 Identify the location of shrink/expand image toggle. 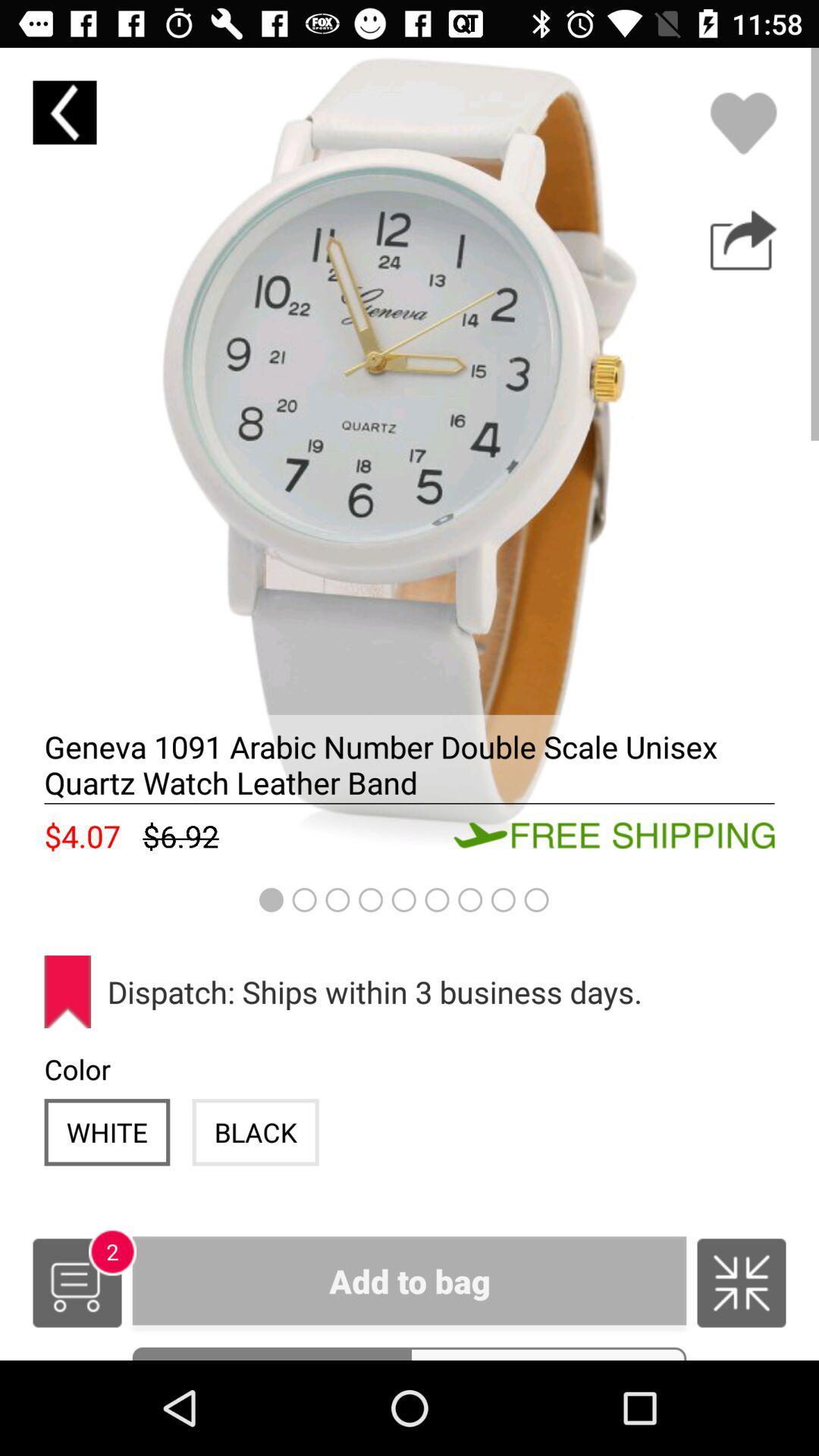
(741, 1282).